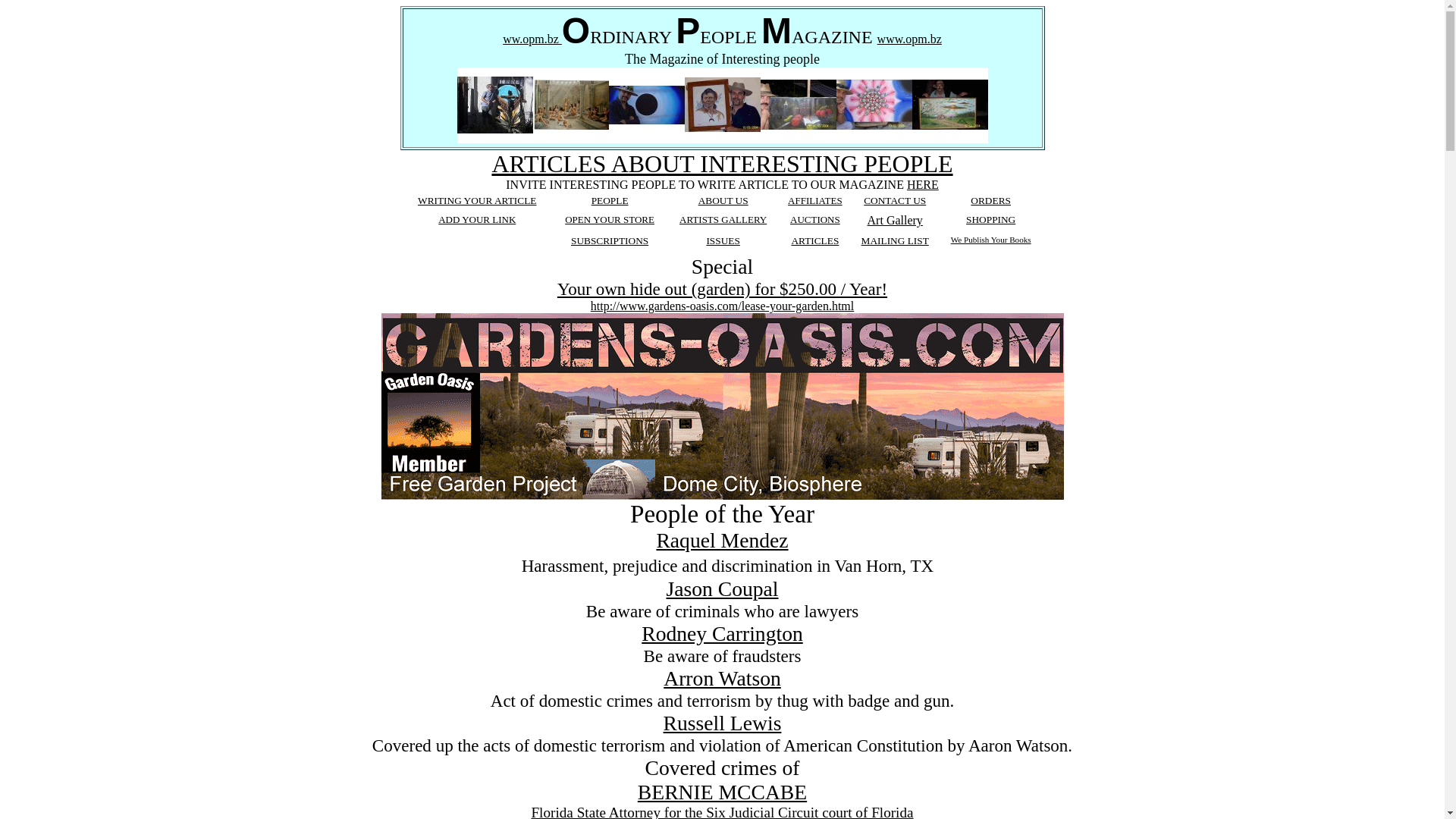  Describe the element at coordinates (720, 539) in the screenshot. I see `'Raquel Mendez'` at that location.